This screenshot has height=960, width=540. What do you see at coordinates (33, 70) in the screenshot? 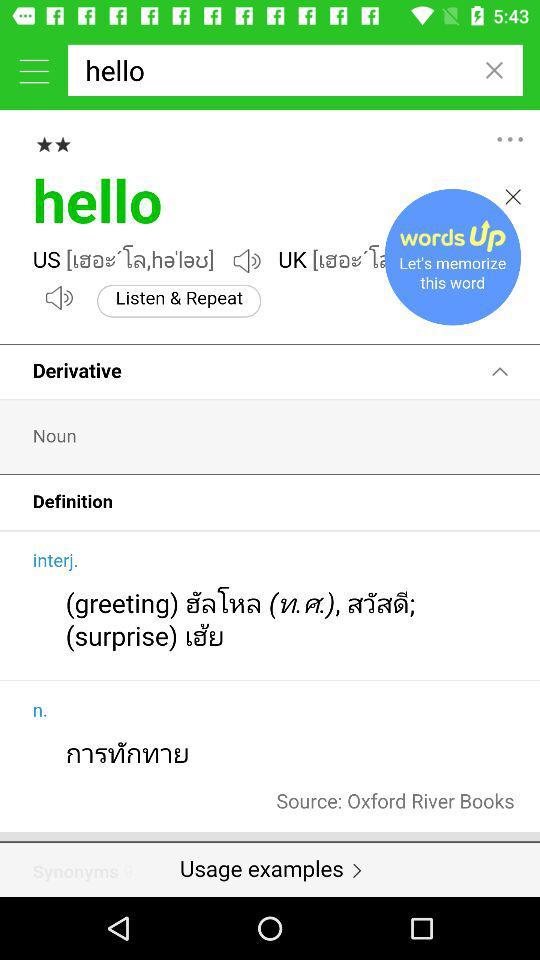
I see `the menu icon` at bounding box center [33, 70].